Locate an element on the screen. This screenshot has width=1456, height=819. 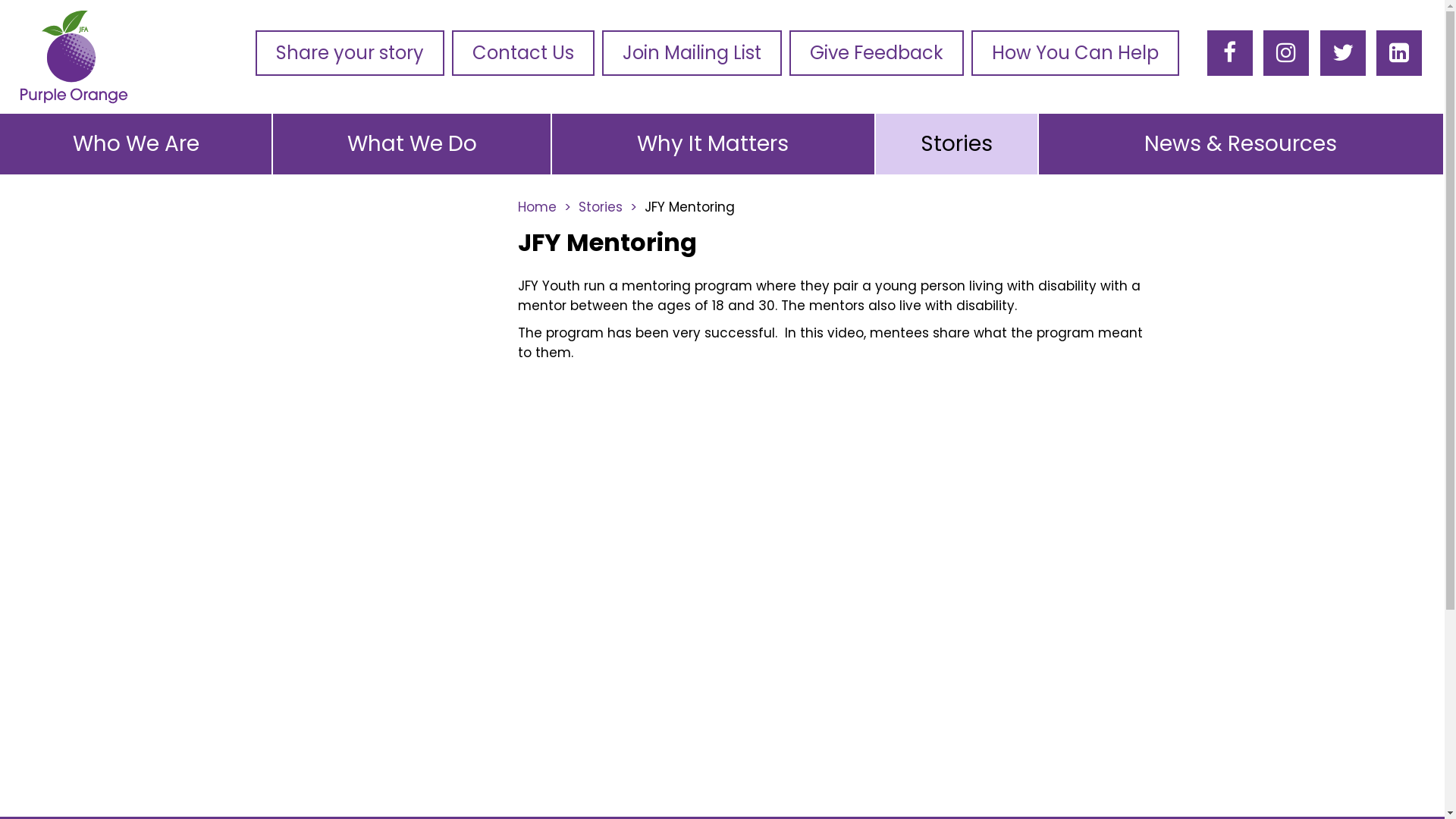
'Stories' is located at coordinates (607, 207).